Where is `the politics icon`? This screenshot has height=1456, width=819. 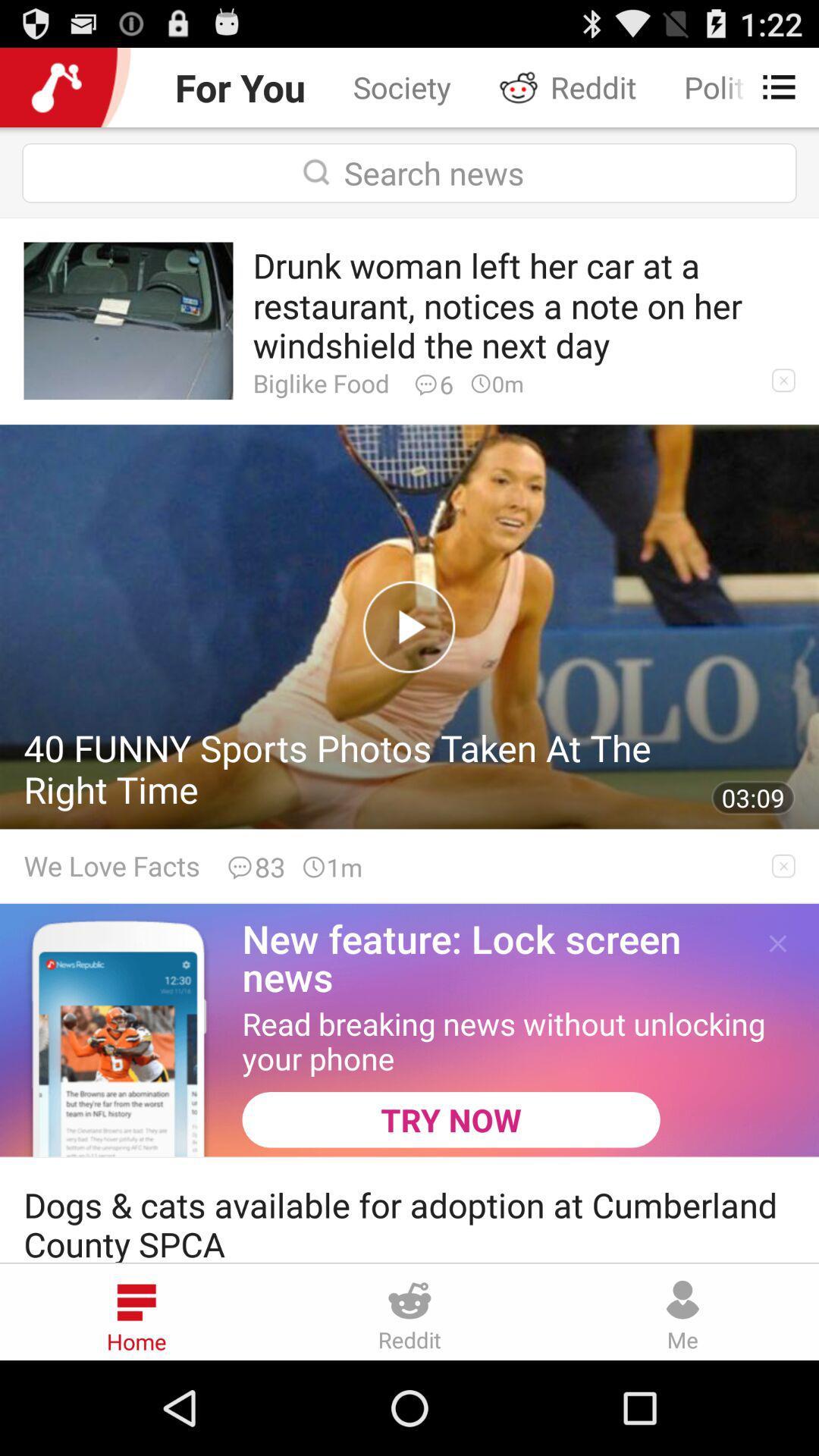 the politics icon is located at coordinates (710, 86).